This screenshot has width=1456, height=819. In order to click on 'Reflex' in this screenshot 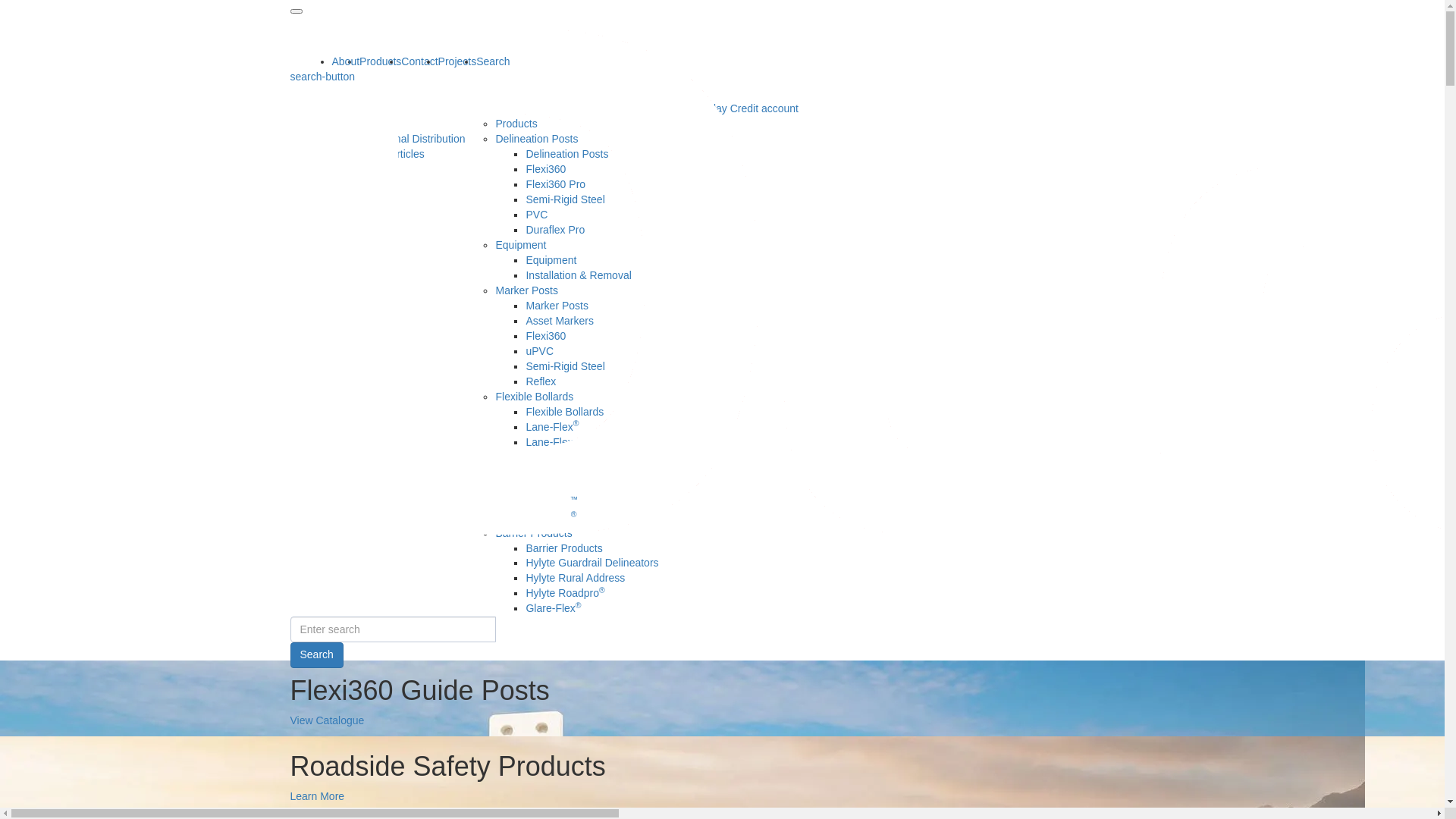, I will do `click(541, 380)`.